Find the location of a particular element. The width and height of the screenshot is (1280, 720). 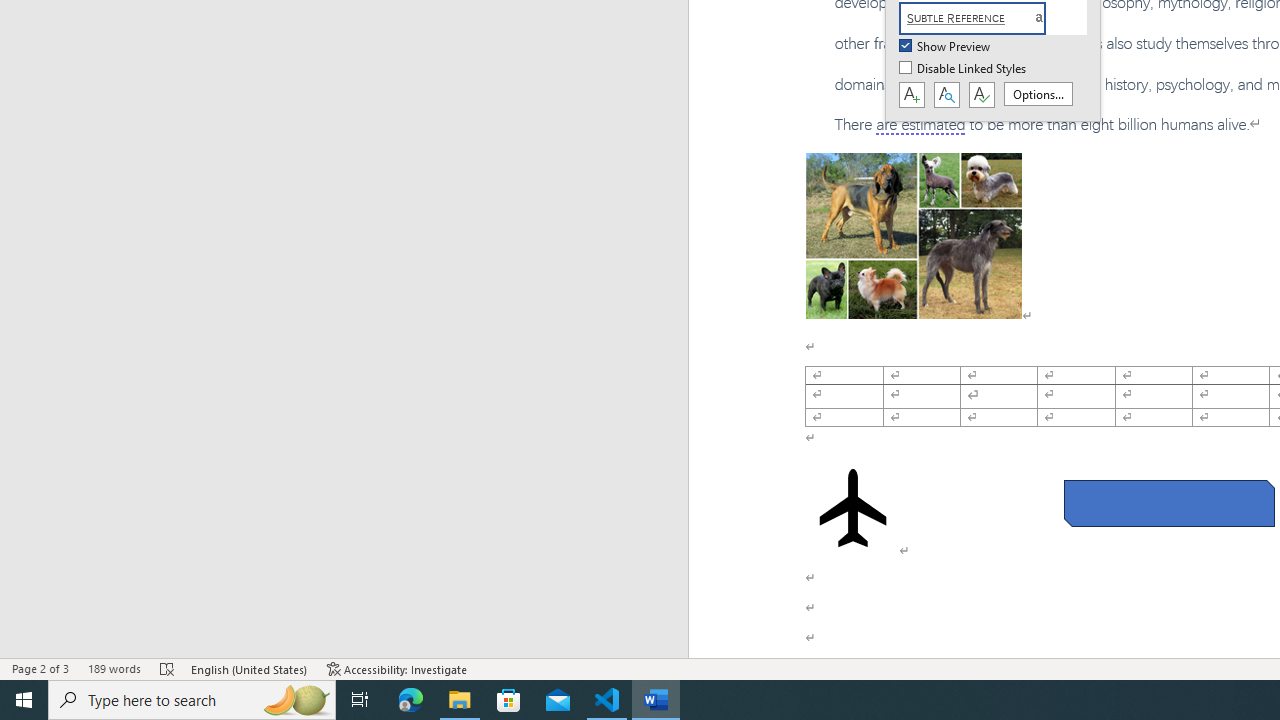

'Class: NetUIButton' is located at coordinates (981, 95).